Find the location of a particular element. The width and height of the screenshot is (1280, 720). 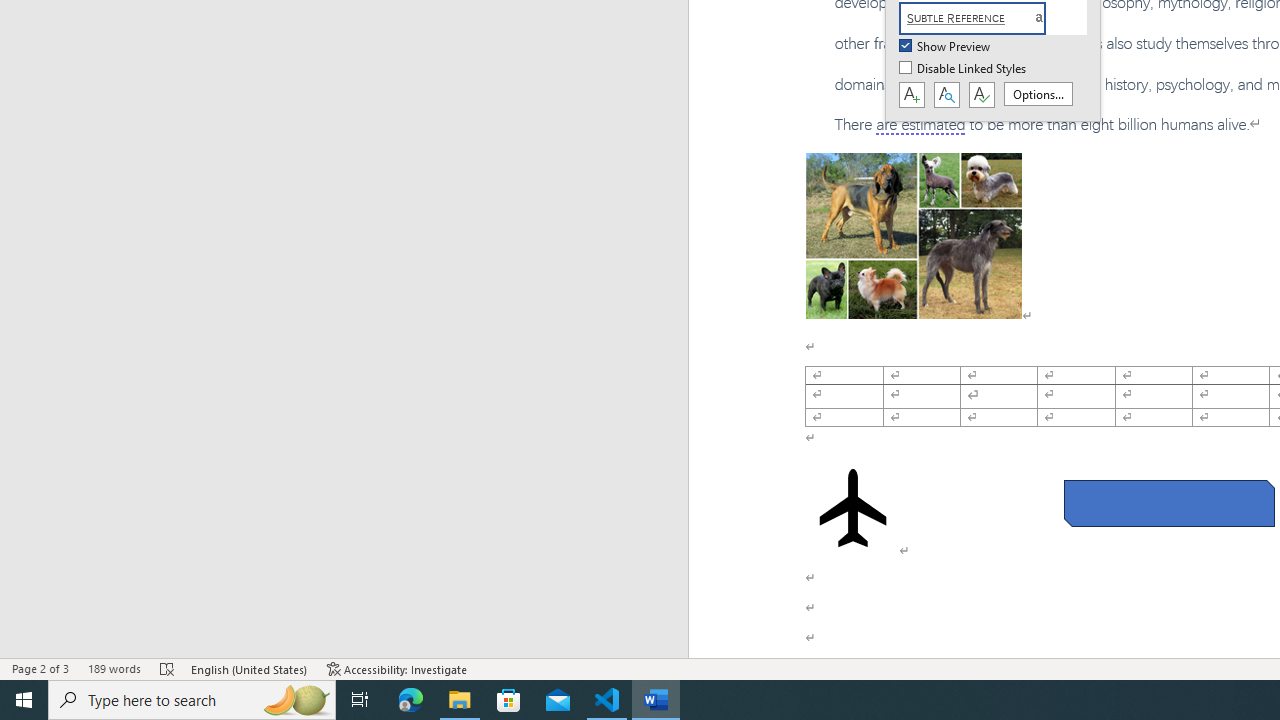

'Class: NetUIButton' is located at coordinates (981, 95).